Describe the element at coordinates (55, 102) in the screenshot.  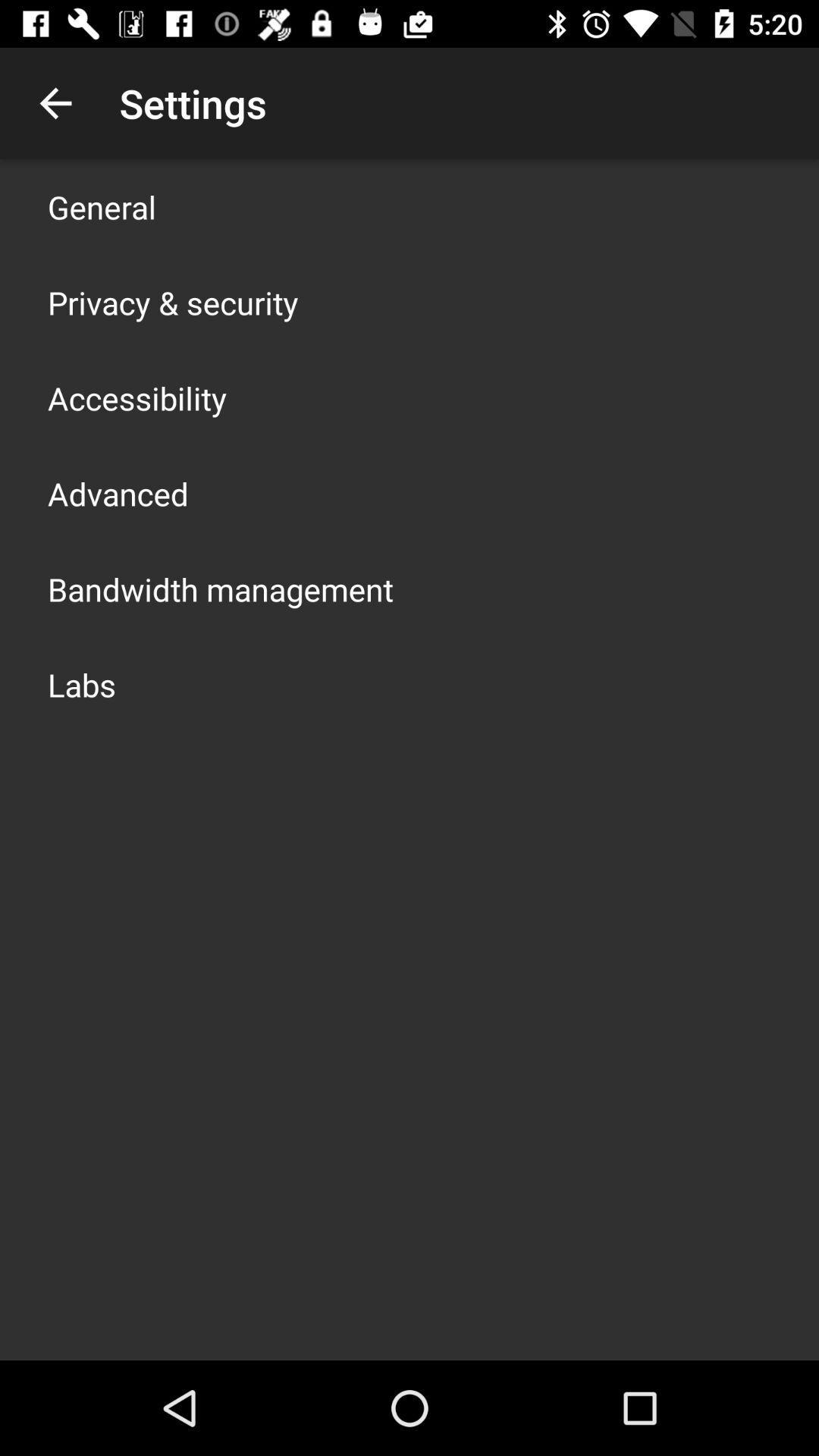
I see `the app above general app` at that location.